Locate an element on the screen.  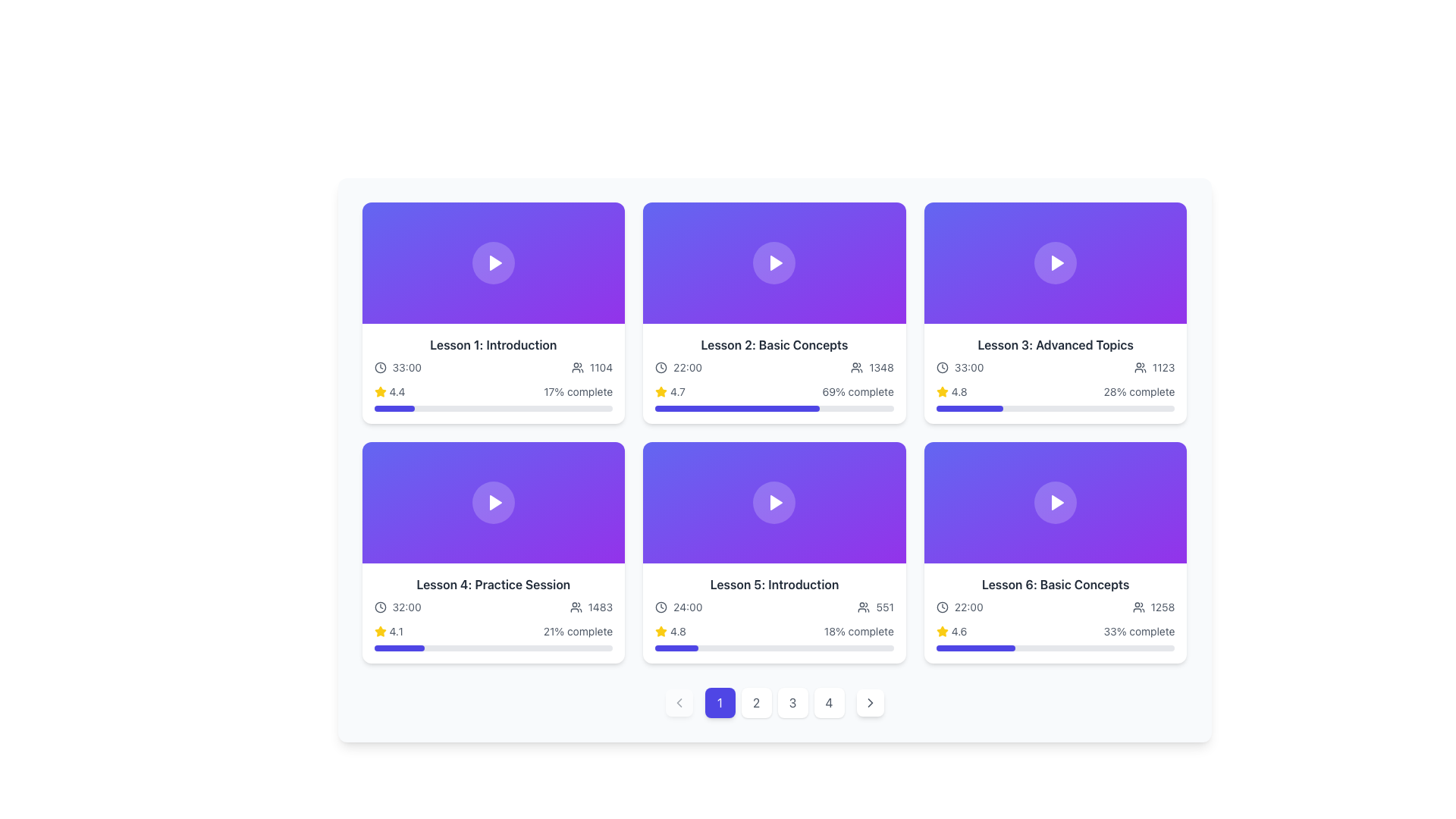
the circular button labeled '3' with a white background and gray border is located at coordinates (792, 702).